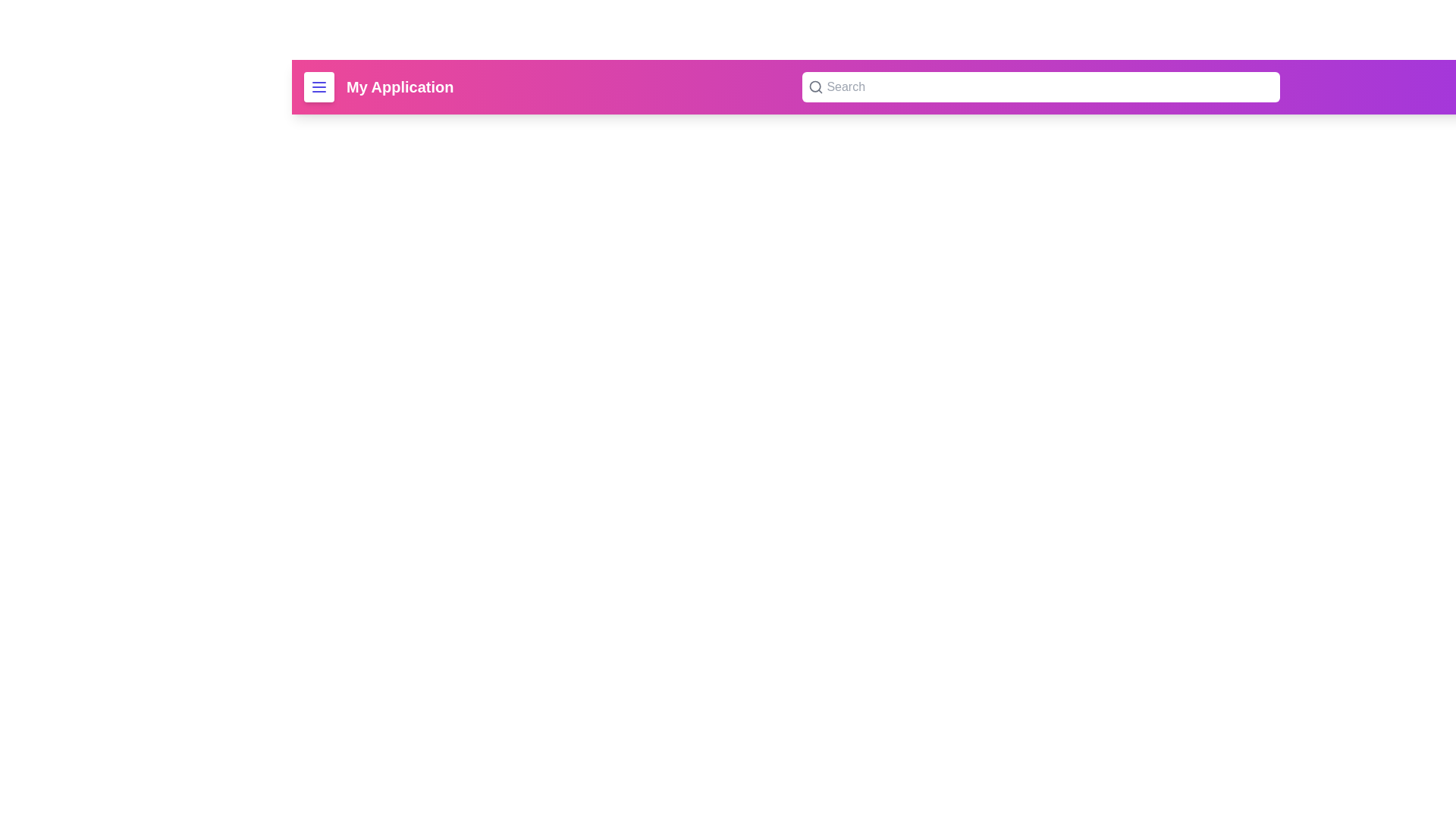 This screenshot has height=819, width=1456. I want to click on the search bar to highlight its placeholder text, so click(1040, 87).